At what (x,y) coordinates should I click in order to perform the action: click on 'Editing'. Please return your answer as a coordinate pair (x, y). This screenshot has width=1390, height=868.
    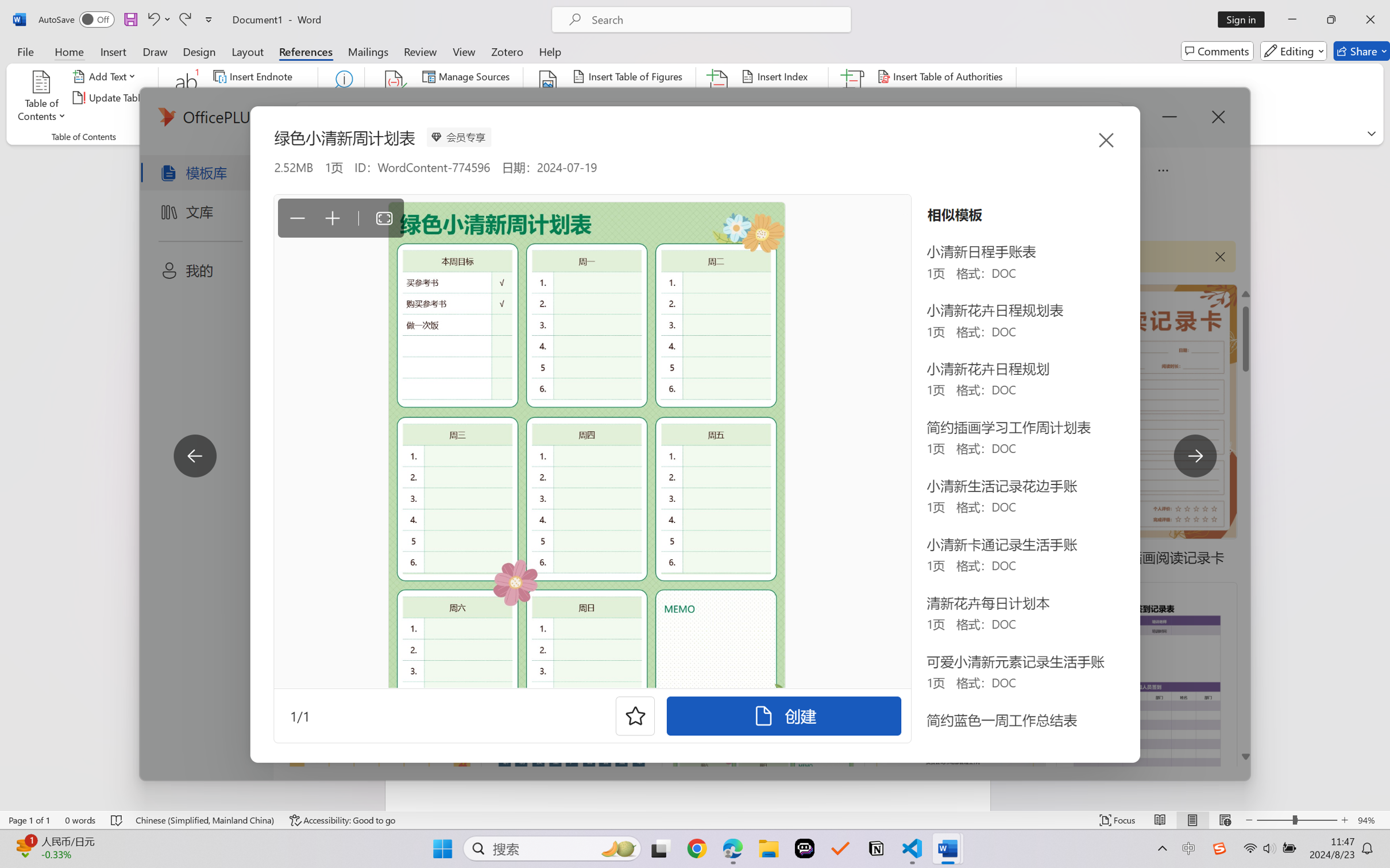
    Looking at the image, I should click on (1294, 51).